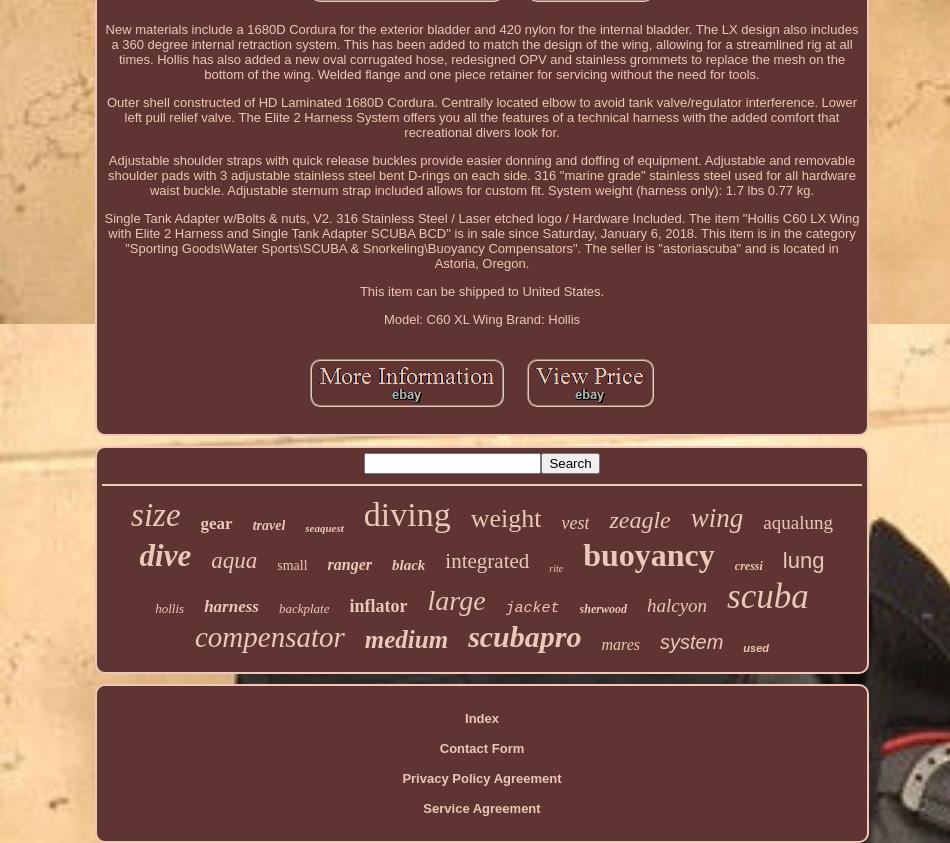 The width and height of the screenshot is (950, 843). Describe the element at coordinates (401, 778) in the screenshot. I see `'Privacy Policy Agreement'` at that location.